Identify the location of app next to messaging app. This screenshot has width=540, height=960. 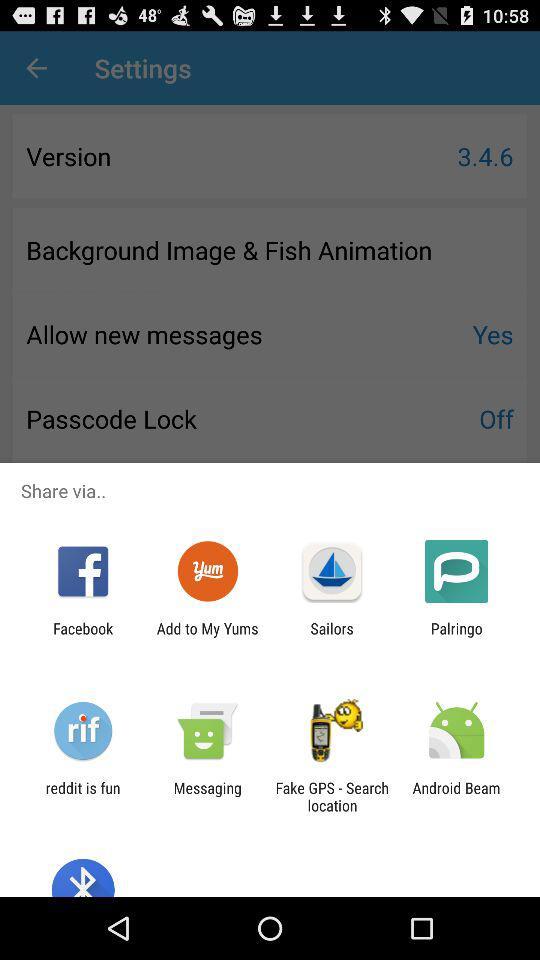
(332, 796).